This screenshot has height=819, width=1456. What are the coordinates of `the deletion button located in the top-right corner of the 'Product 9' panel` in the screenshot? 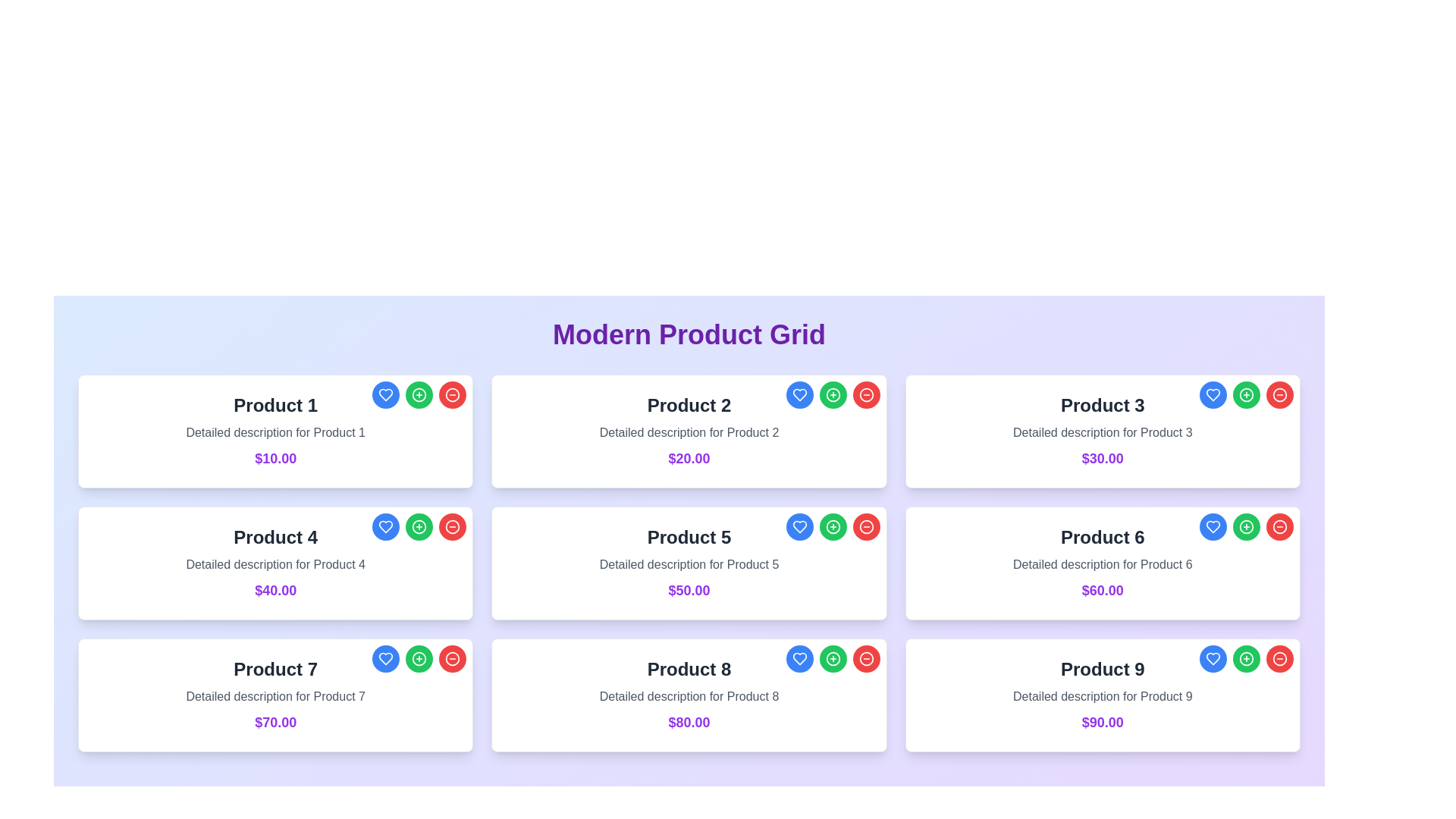 It's located at (1279, 657).